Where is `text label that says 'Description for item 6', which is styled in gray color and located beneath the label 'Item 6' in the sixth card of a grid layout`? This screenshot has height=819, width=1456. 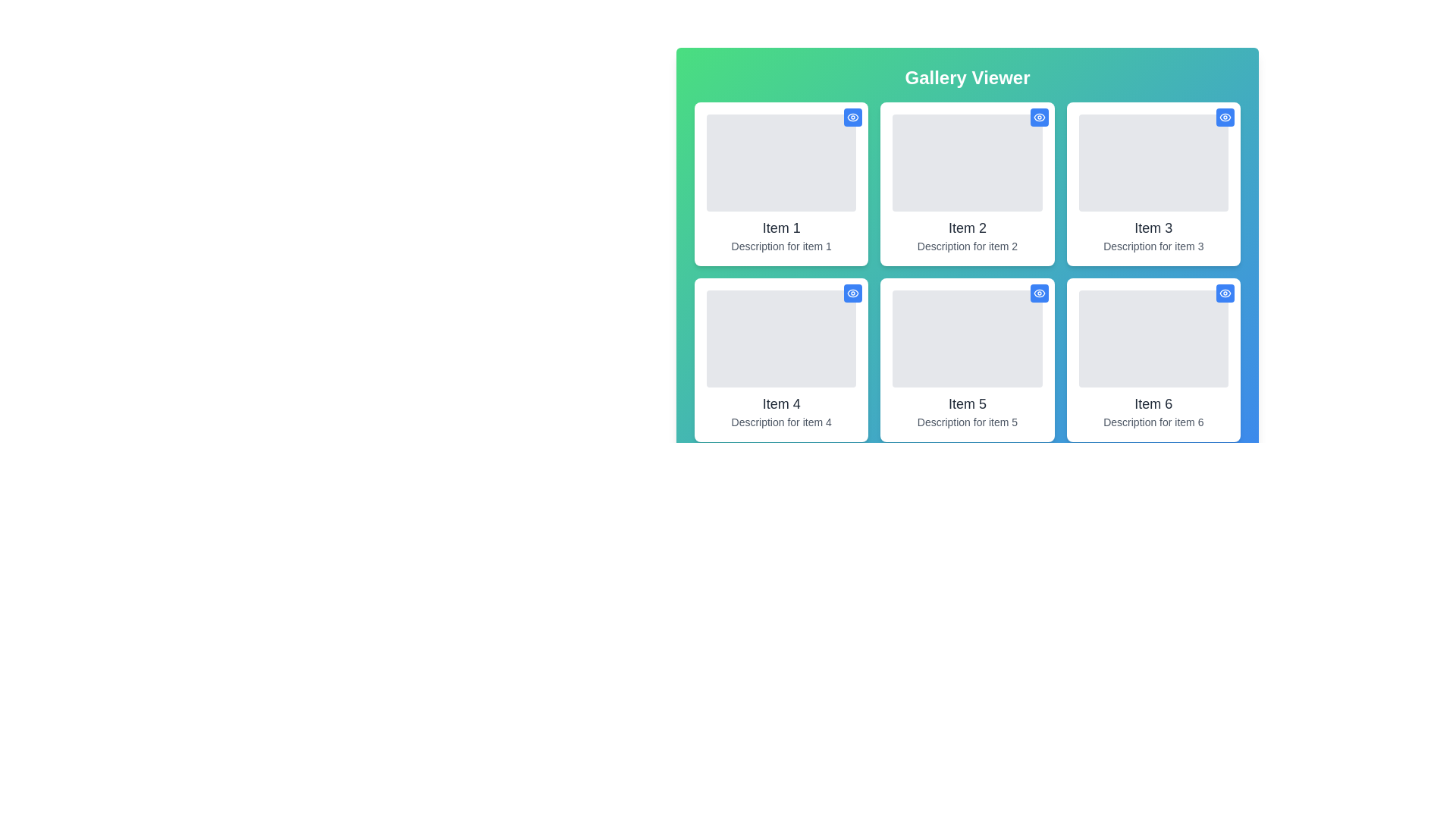 text label that says 'Description for item 6', which is styled in gray color and located beneath the label 'Item 6' in the sixth card of a grid layout is located at coordinates (1153, 422).